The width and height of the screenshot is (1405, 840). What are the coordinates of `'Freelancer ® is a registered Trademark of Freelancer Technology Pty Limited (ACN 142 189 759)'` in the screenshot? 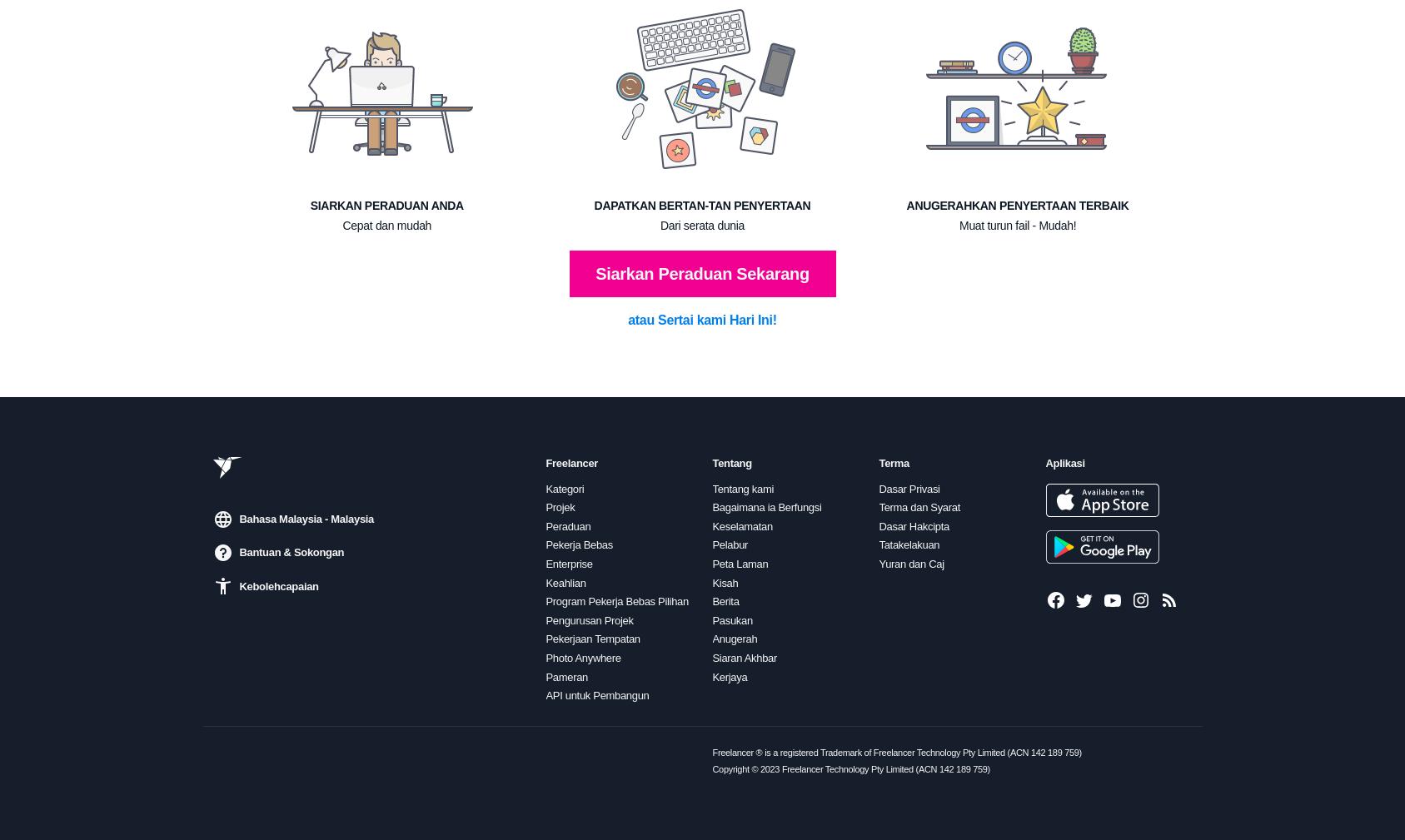 It's located at (895, 751).